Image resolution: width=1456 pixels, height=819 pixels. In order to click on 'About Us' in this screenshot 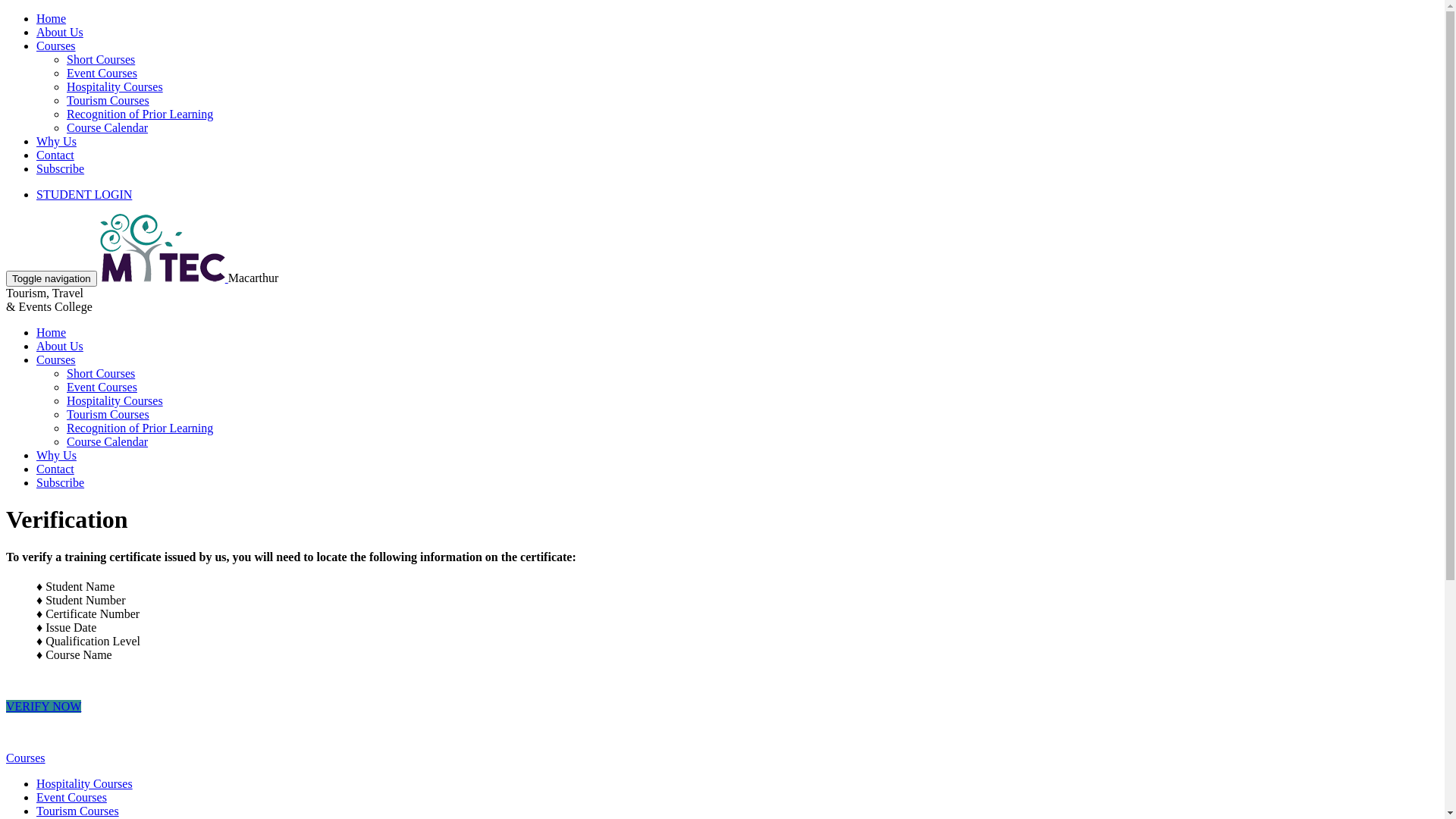, I will do `click(59, 346)`.